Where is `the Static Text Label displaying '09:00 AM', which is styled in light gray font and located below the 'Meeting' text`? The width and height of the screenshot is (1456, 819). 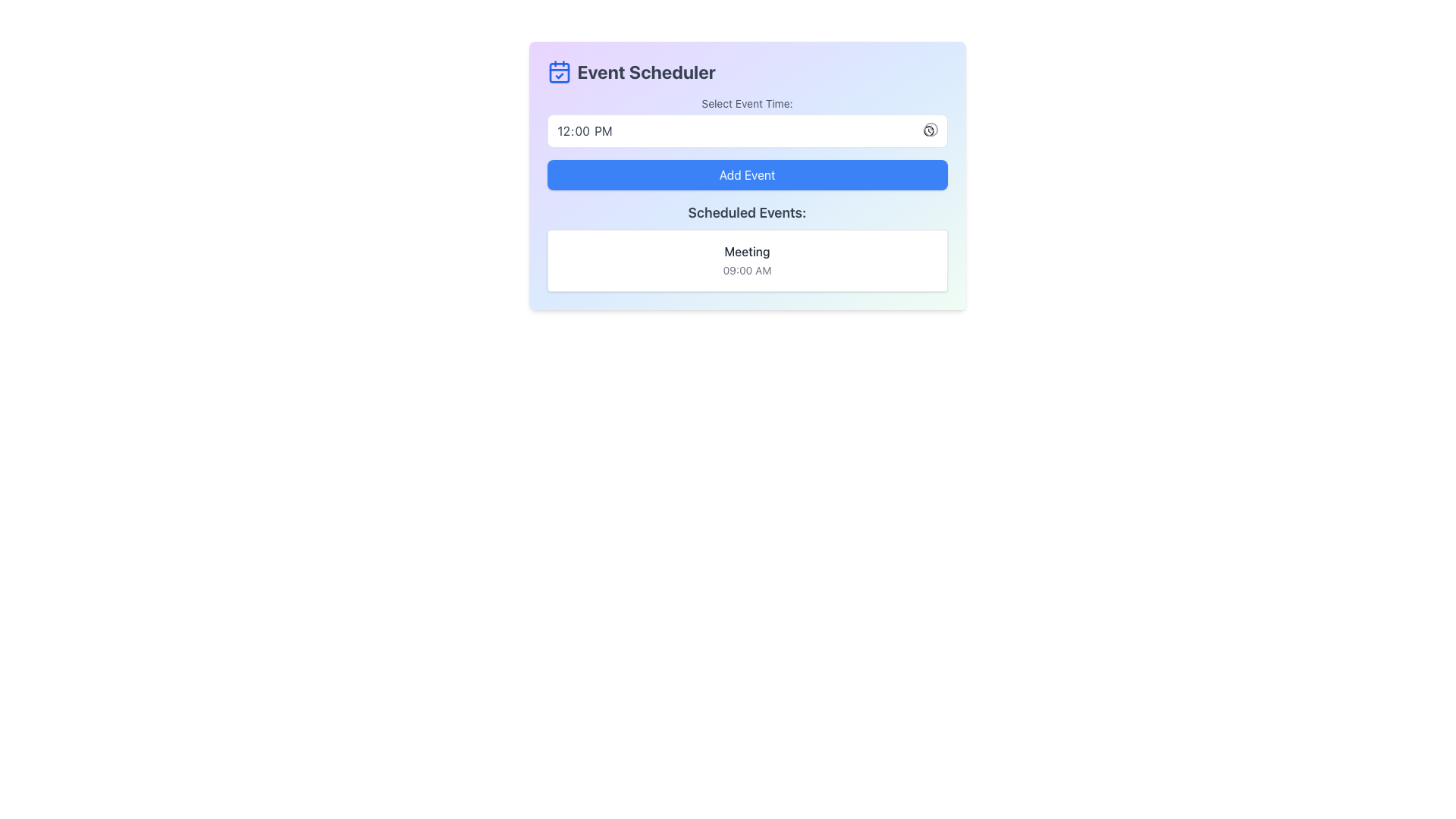 the Static Text Label displaying '09:00 AM', which is styled in light gray font and located below the 'Meeting' text is located at coordinates (747, 269).